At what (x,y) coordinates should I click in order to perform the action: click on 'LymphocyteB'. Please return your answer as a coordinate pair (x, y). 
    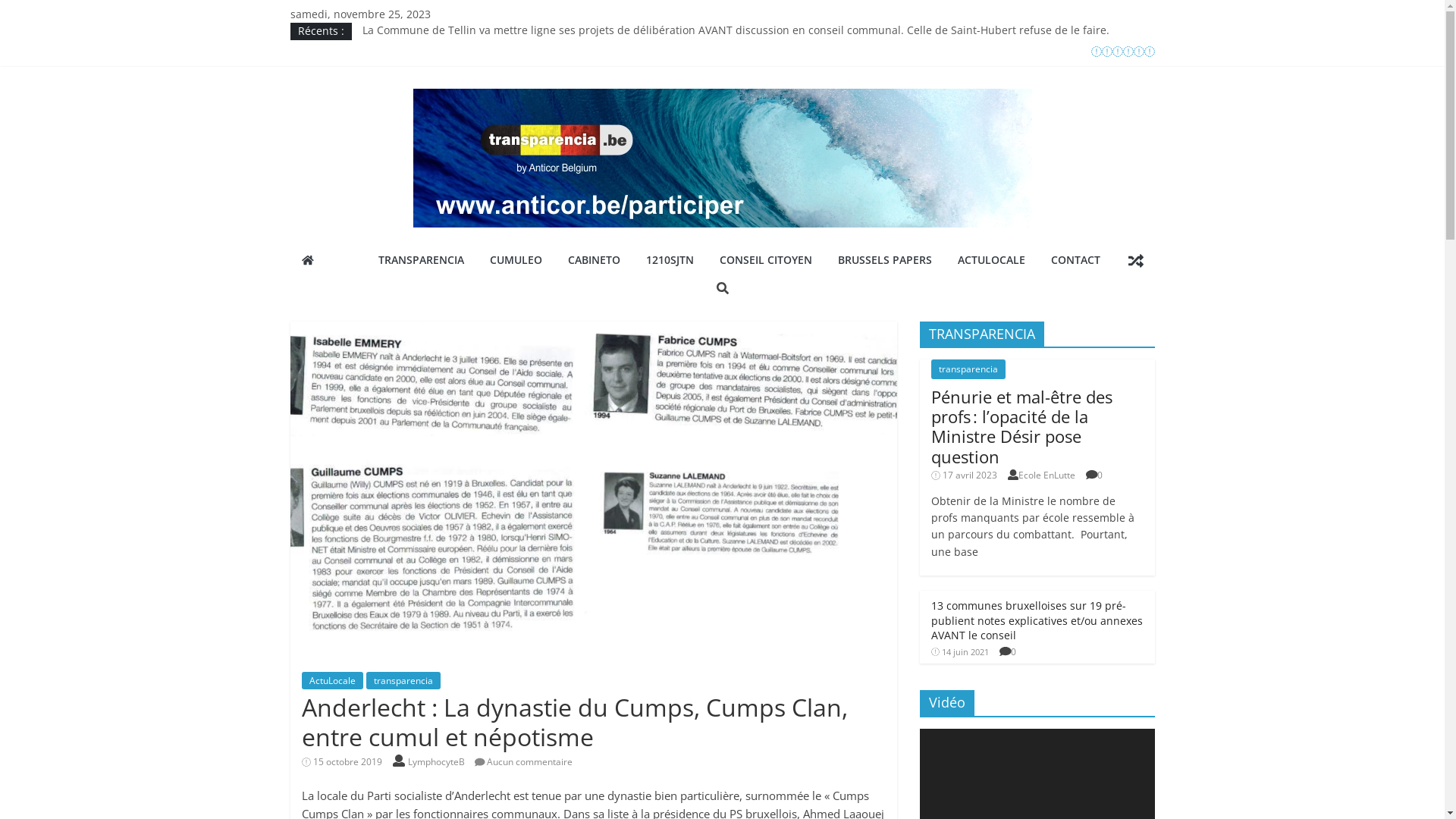
    Looking at the image, I should click on (436, 761).